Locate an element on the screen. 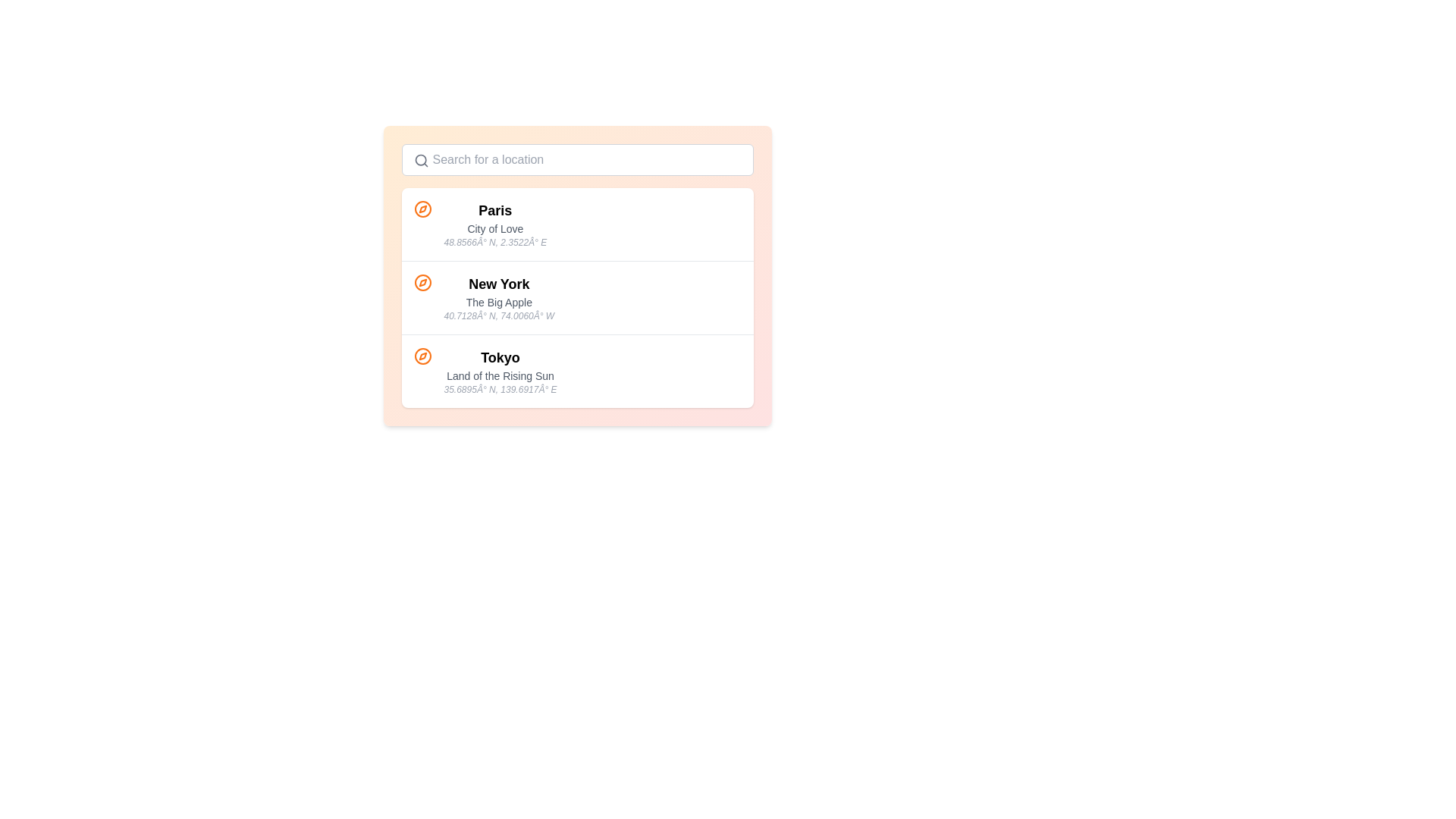 This screenshot has height=819, width=1456. the Informational card displaying details about the city 'New York', which is the second item in a vertical list of cards is located at coordinates (576, 275).